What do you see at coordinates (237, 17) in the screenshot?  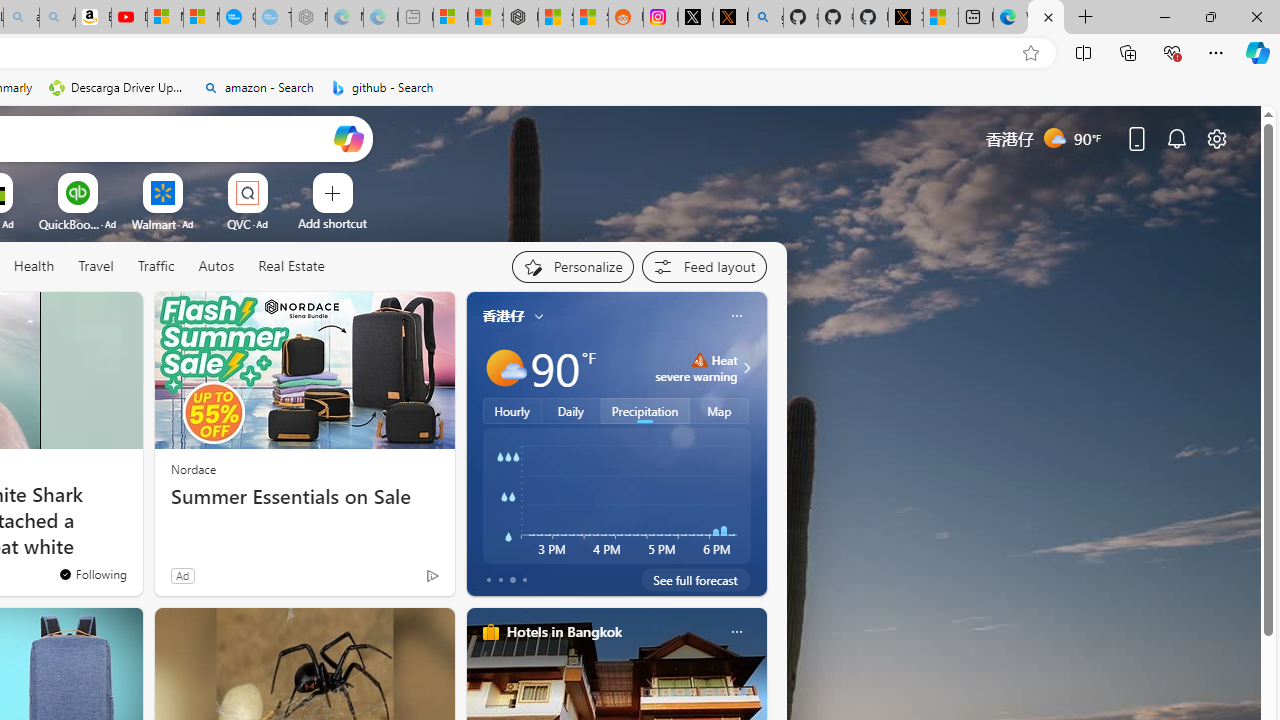 I see `'Opinion: Op-Ed and Commentary - USA TODAY'` at bounding box center [237, 17].